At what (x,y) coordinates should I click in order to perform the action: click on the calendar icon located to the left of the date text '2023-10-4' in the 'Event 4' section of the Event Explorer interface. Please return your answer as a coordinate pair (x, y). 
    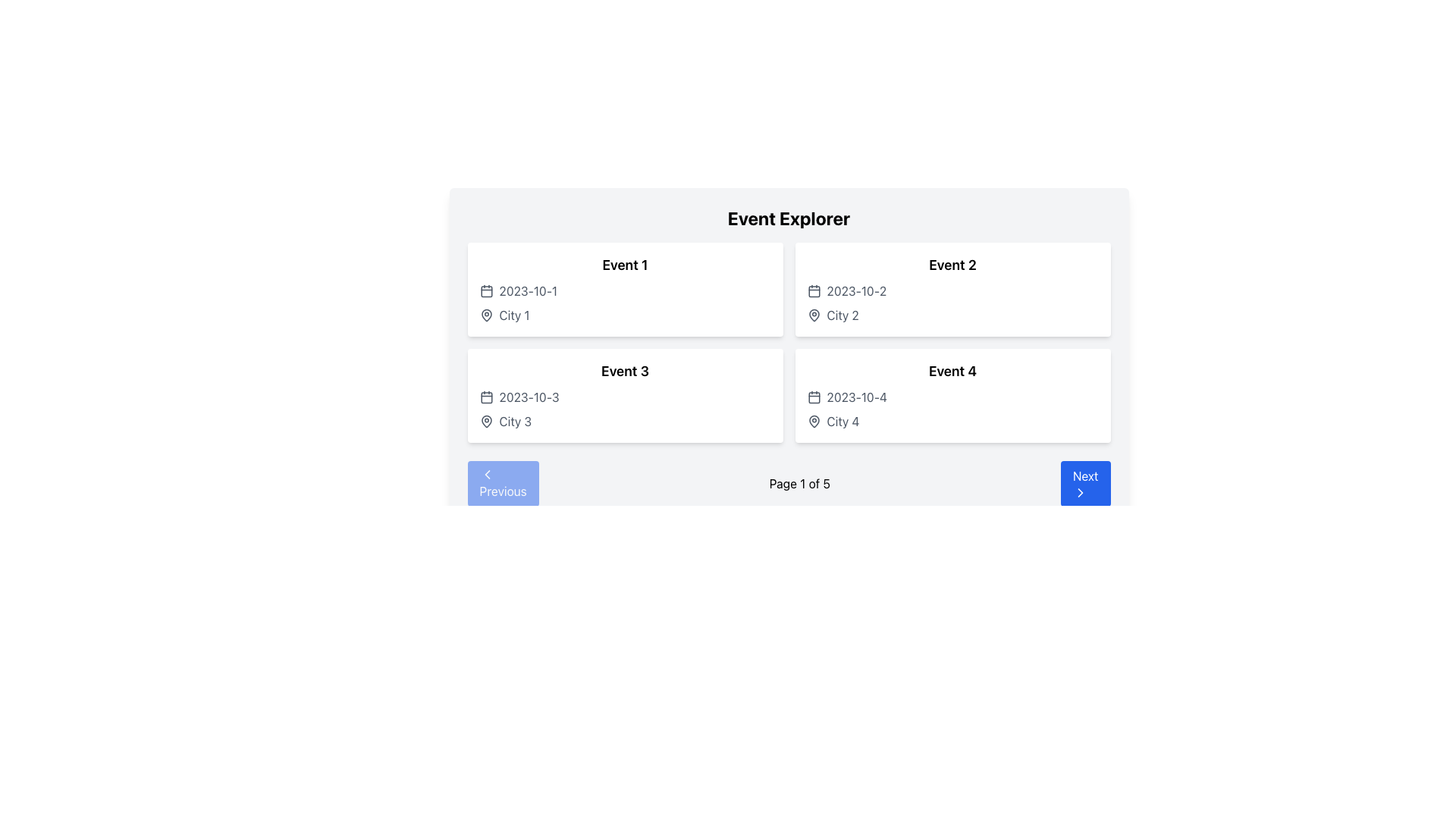
    Looking at the image, I should click on (813, 397).